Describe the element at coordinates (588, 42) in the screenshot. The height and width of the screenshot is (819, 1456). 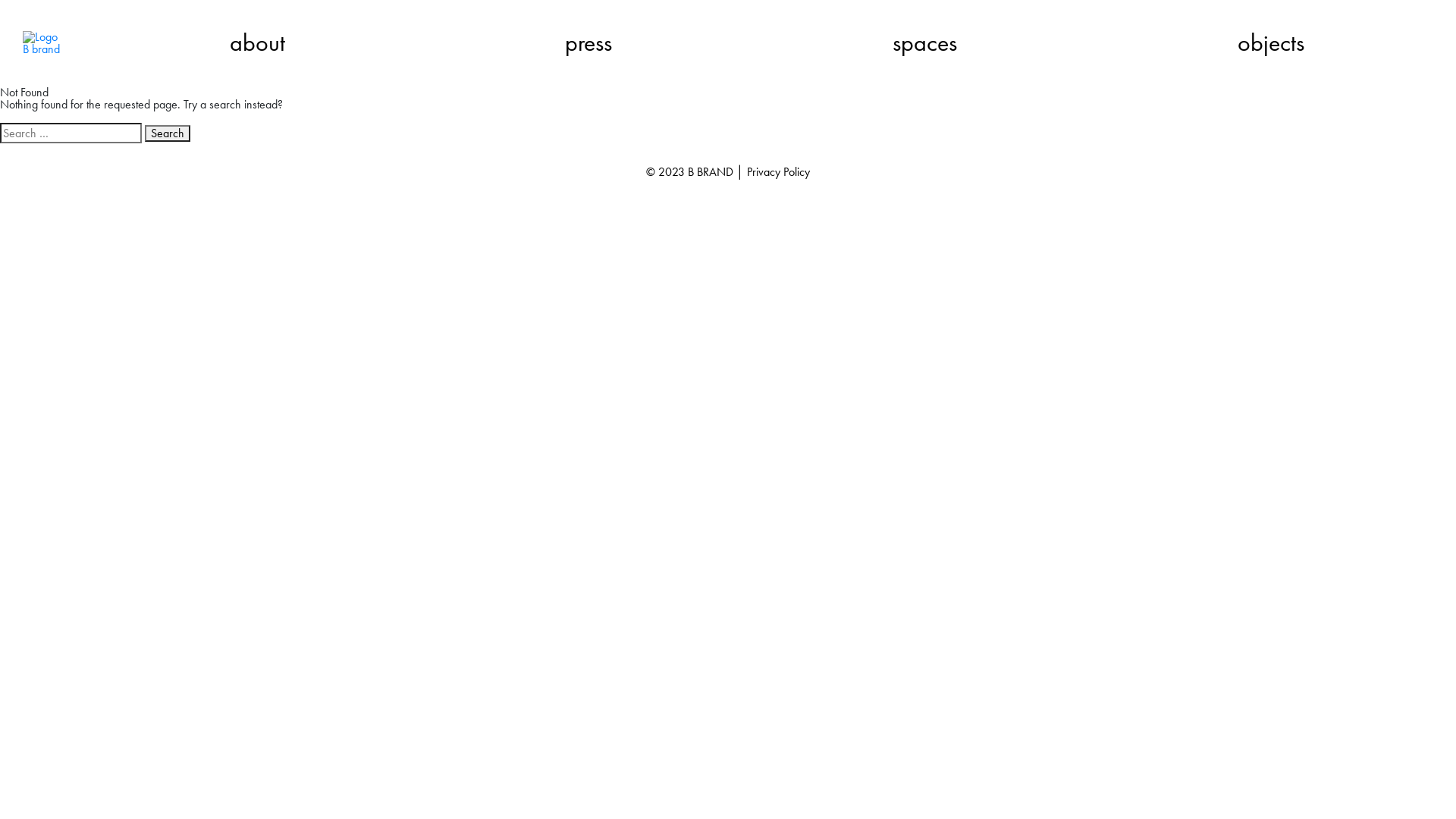
I see `'press'` at that location.